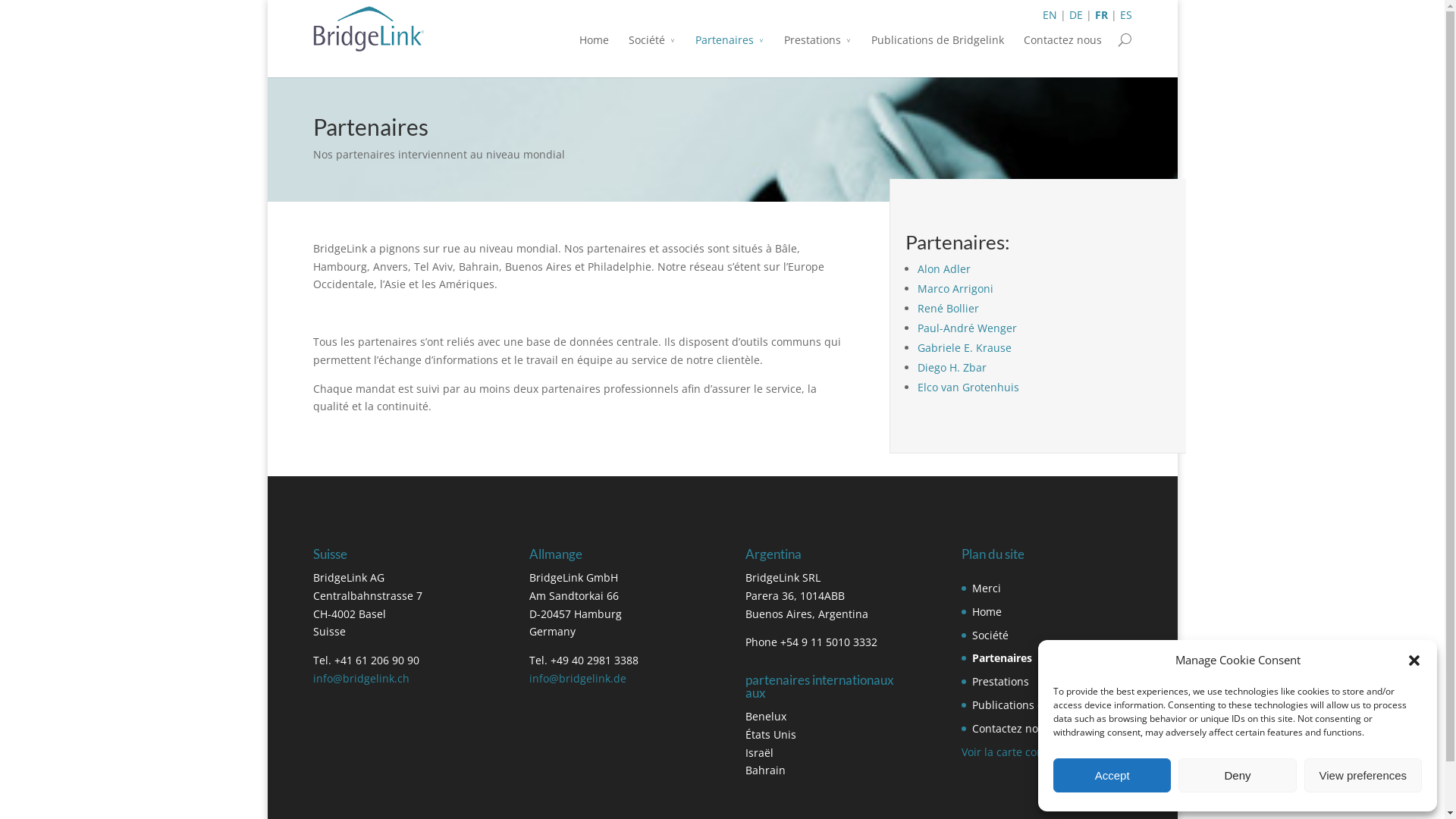 This screenshot has height=819, width=1456. What do you see at coordinates (951, 367) in the screenshot?
I see `'Diego H. Zbar'` at bounding box center [951, 367].